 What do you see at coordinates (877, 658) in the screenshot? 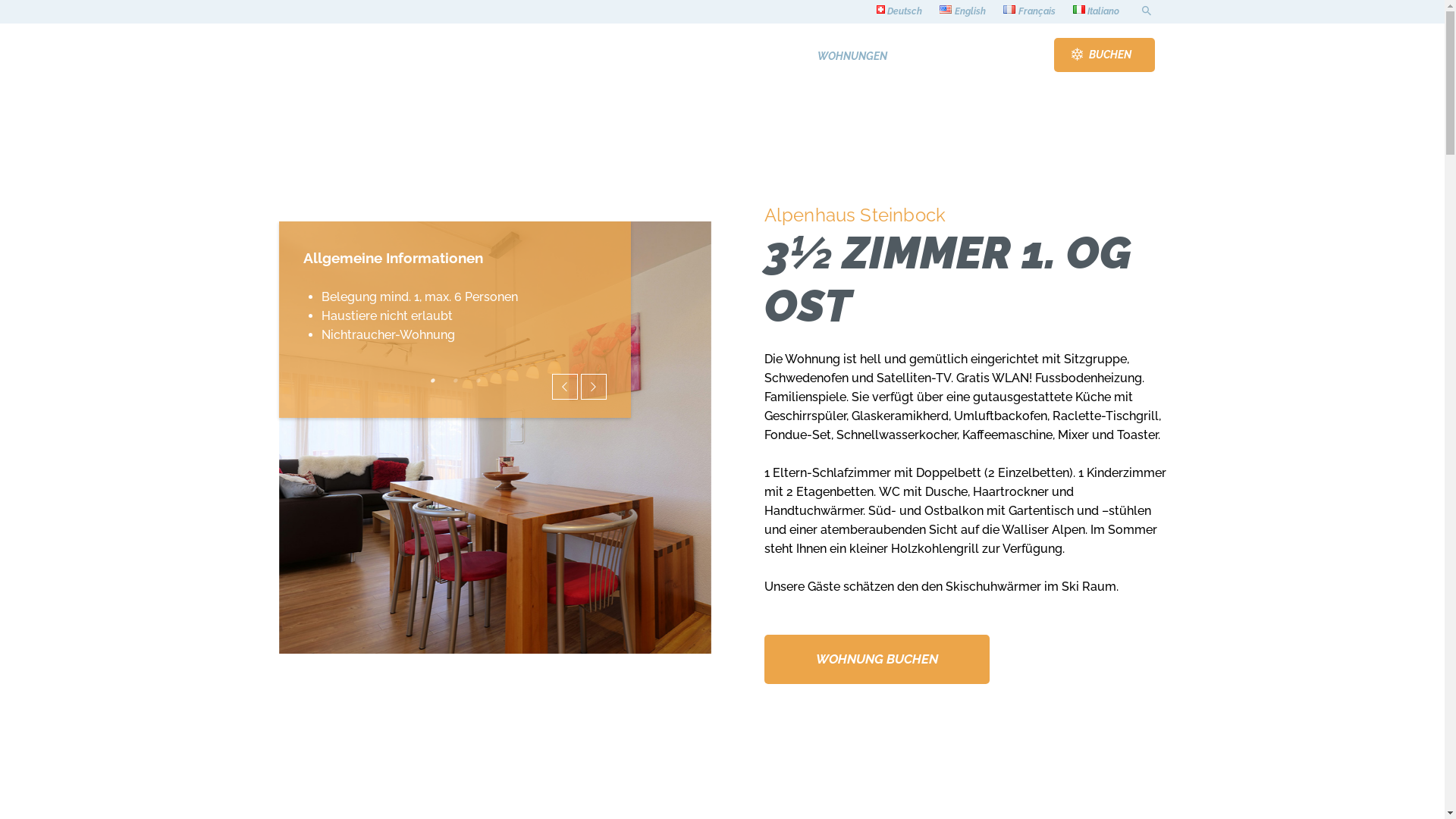
I see `'WOHNUNG BUCHEN'` at bounding box center [877, 658].